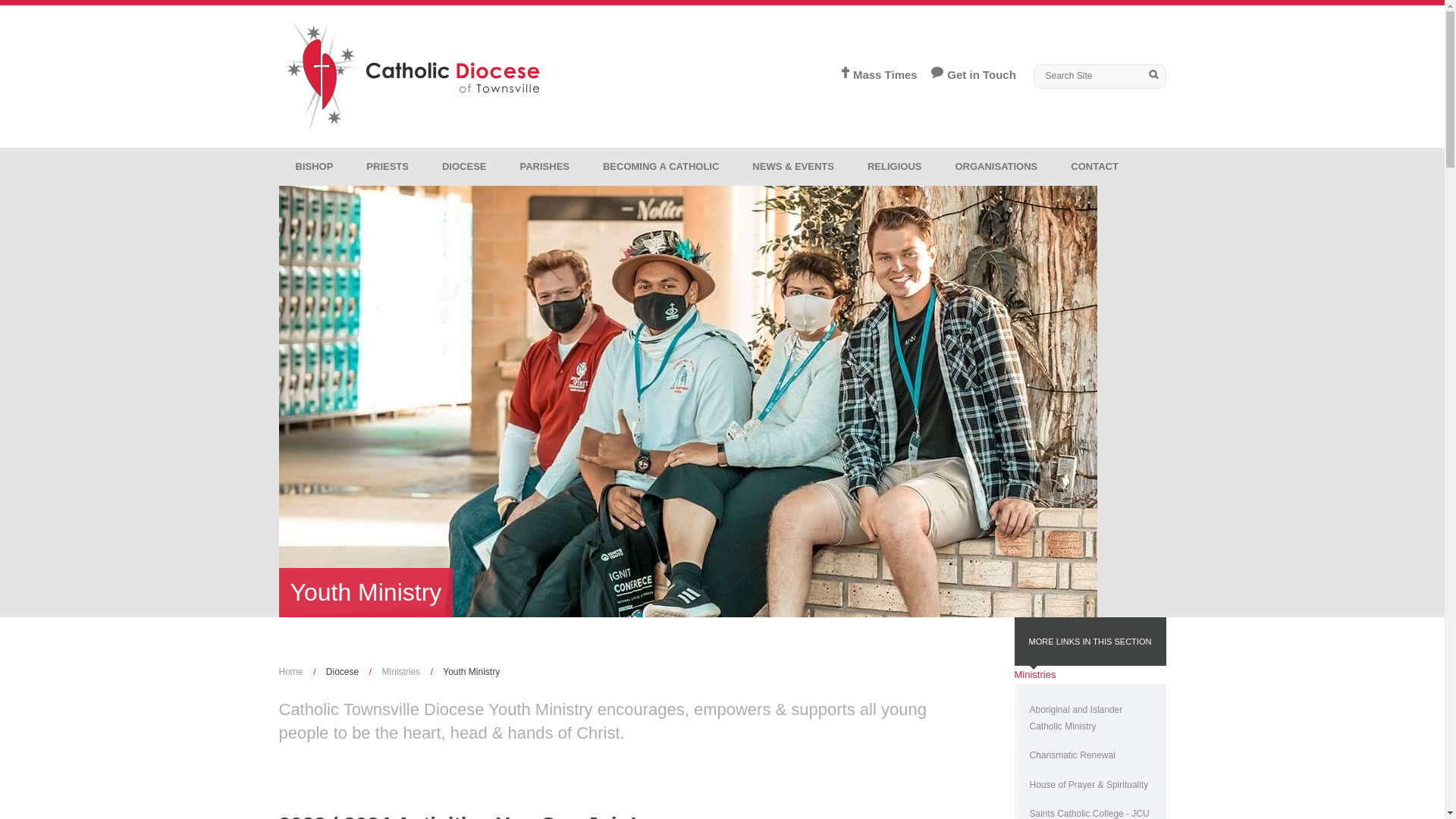  What do you see at coordinates (279, 671) in the screenshot?
I see `'Home'` at bounding box center [279, 671].